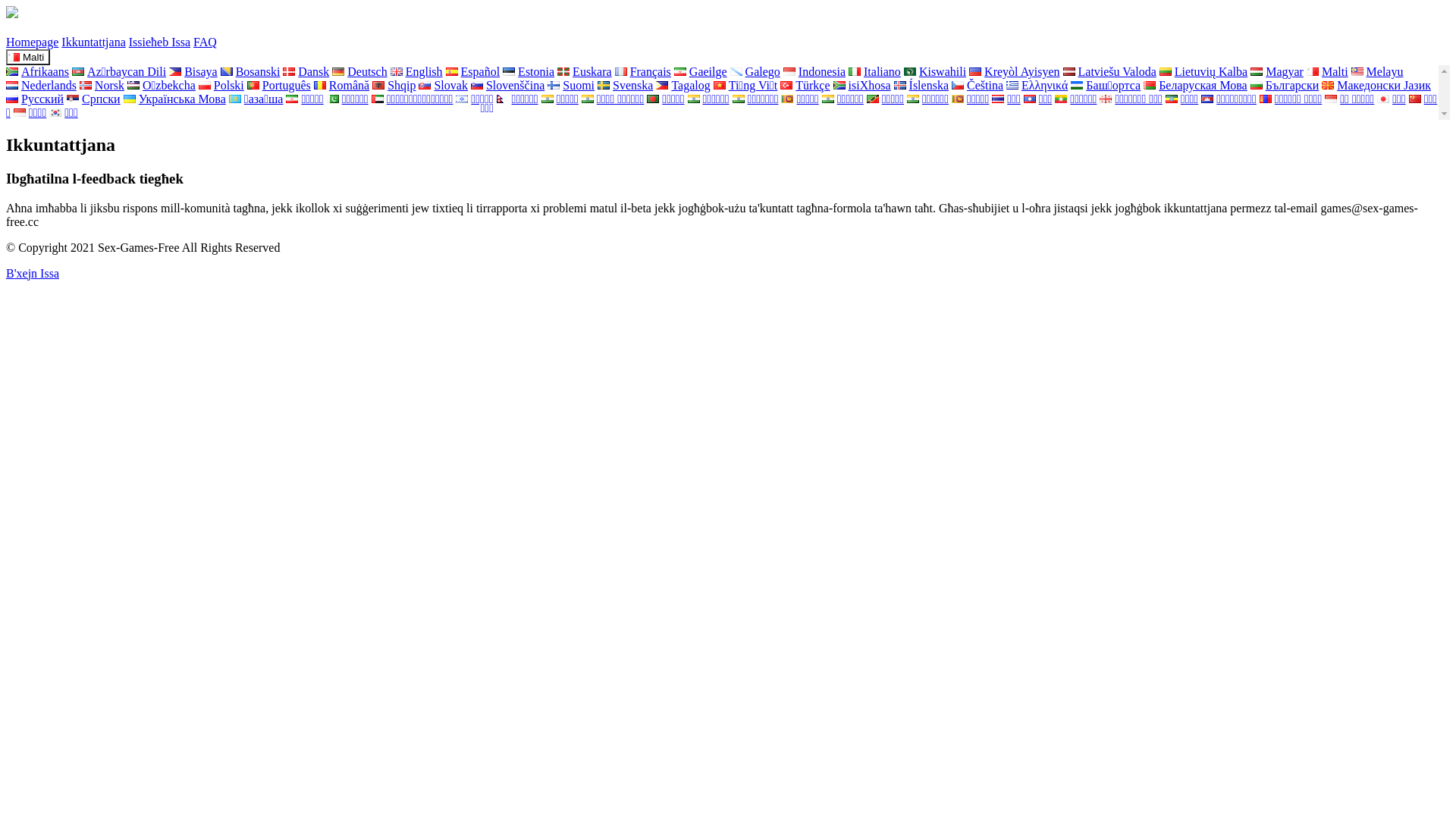 Image resolution: width=1456 pixels, height=819 pixels. I want to click on 'Melayu', so click(1377, 71).